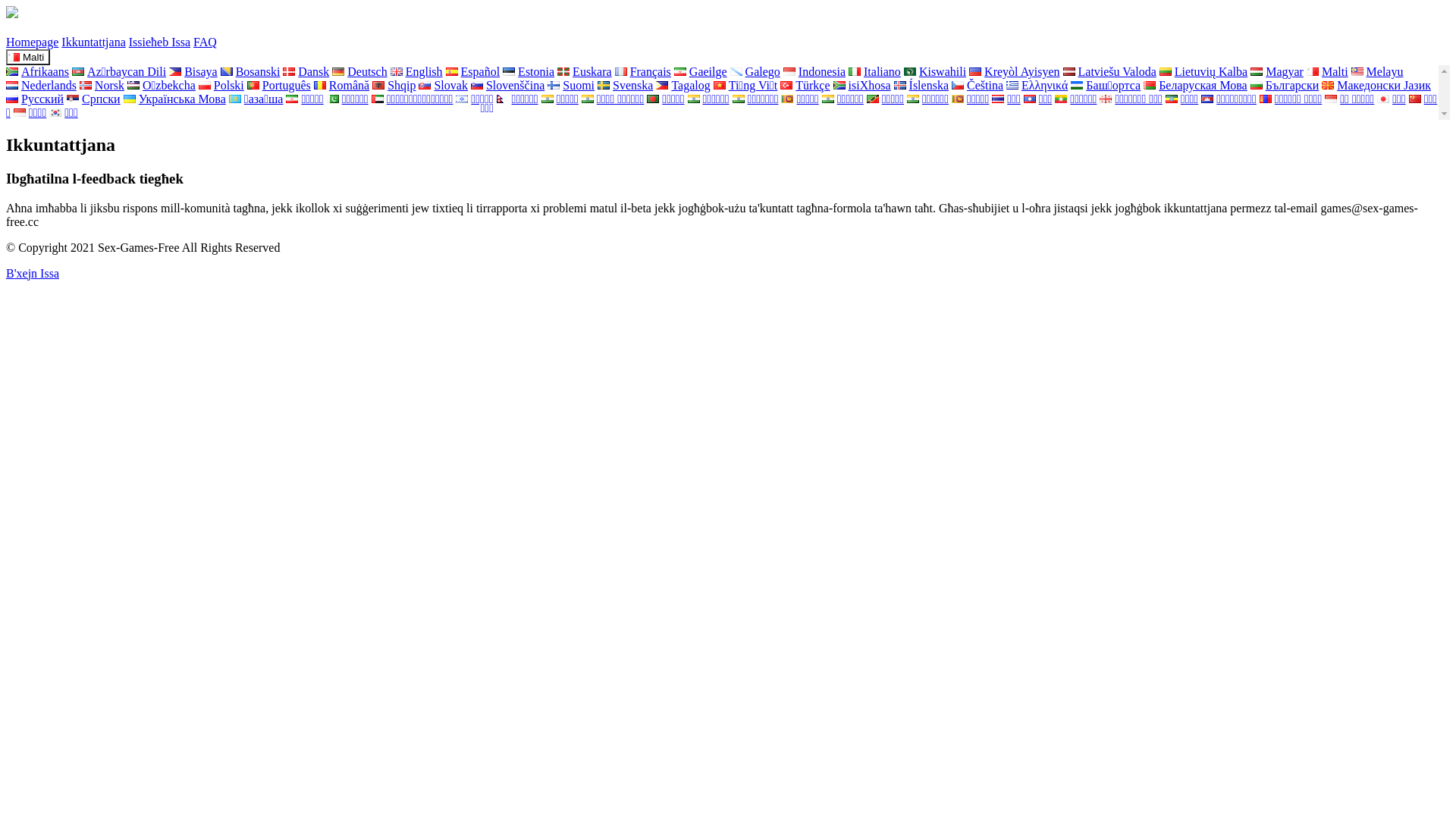 Image resolution: width=1456 pixels, height=819 pixels. I want to click on 'Melayu', so click(1377, 71).